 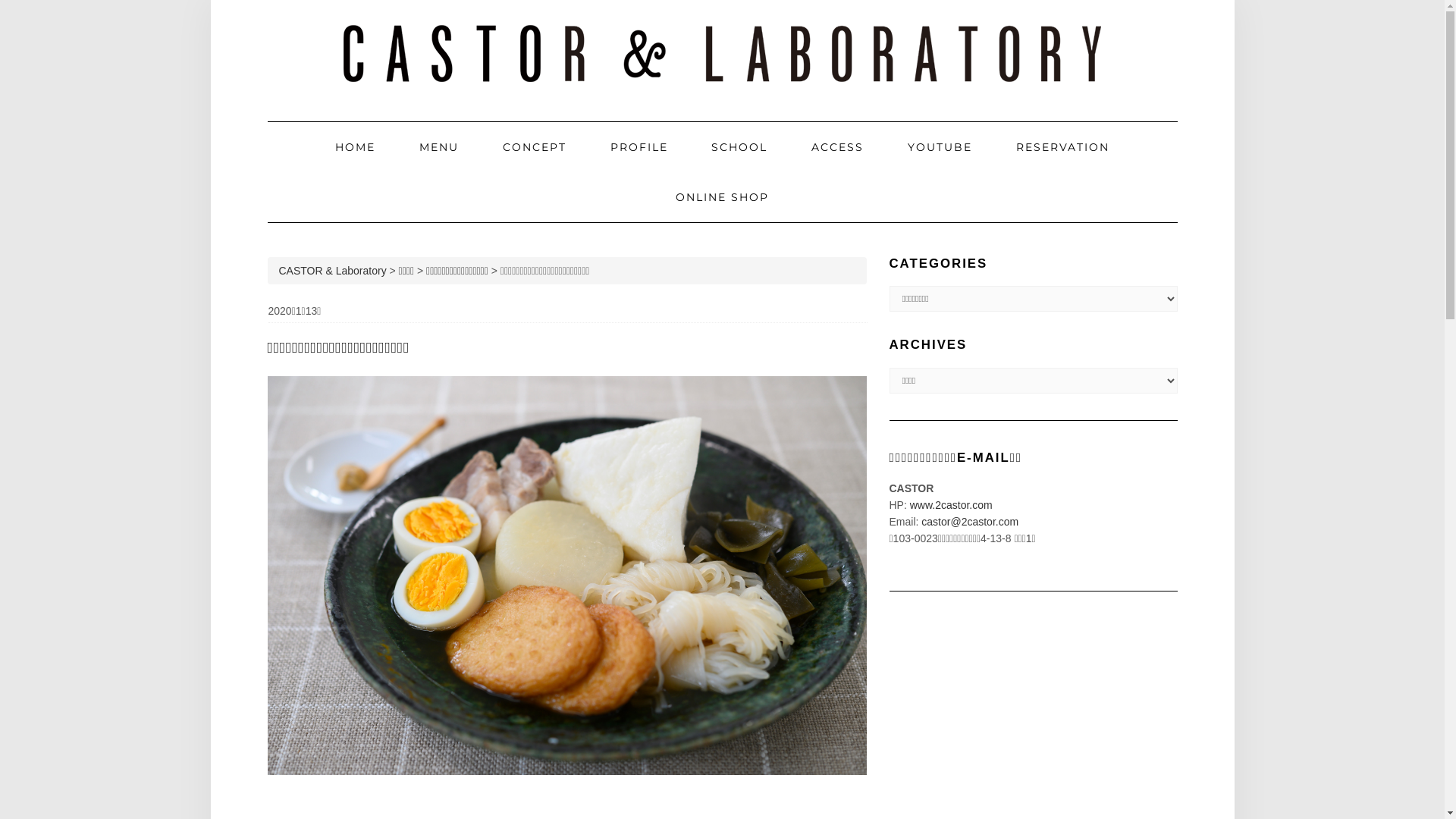 I want to click on 'www.2castor.com', so click(x=950, y=505).